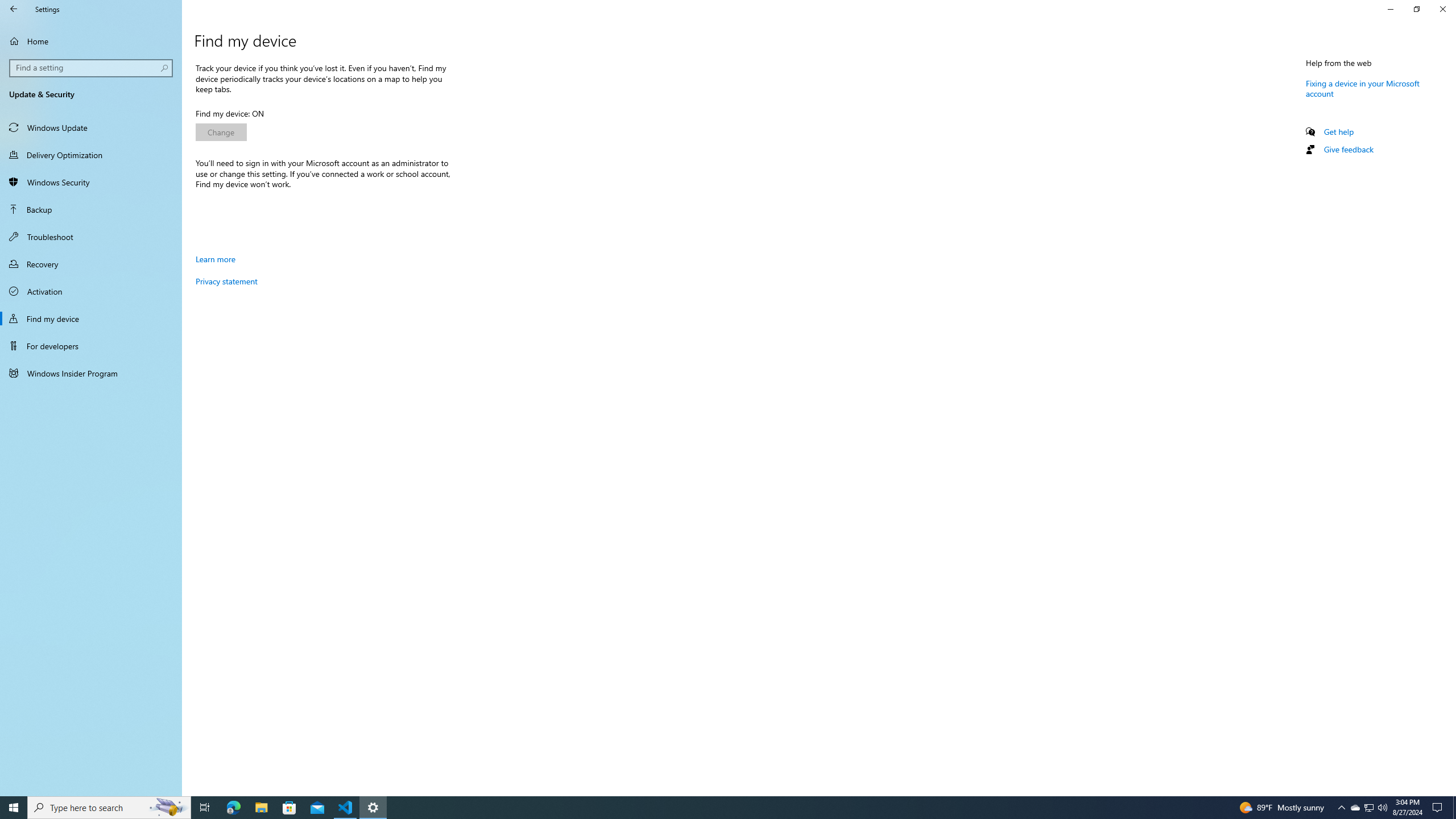 This screenshot has width=1456, height=819. I want to click on 'Backup', so click(90, 209).